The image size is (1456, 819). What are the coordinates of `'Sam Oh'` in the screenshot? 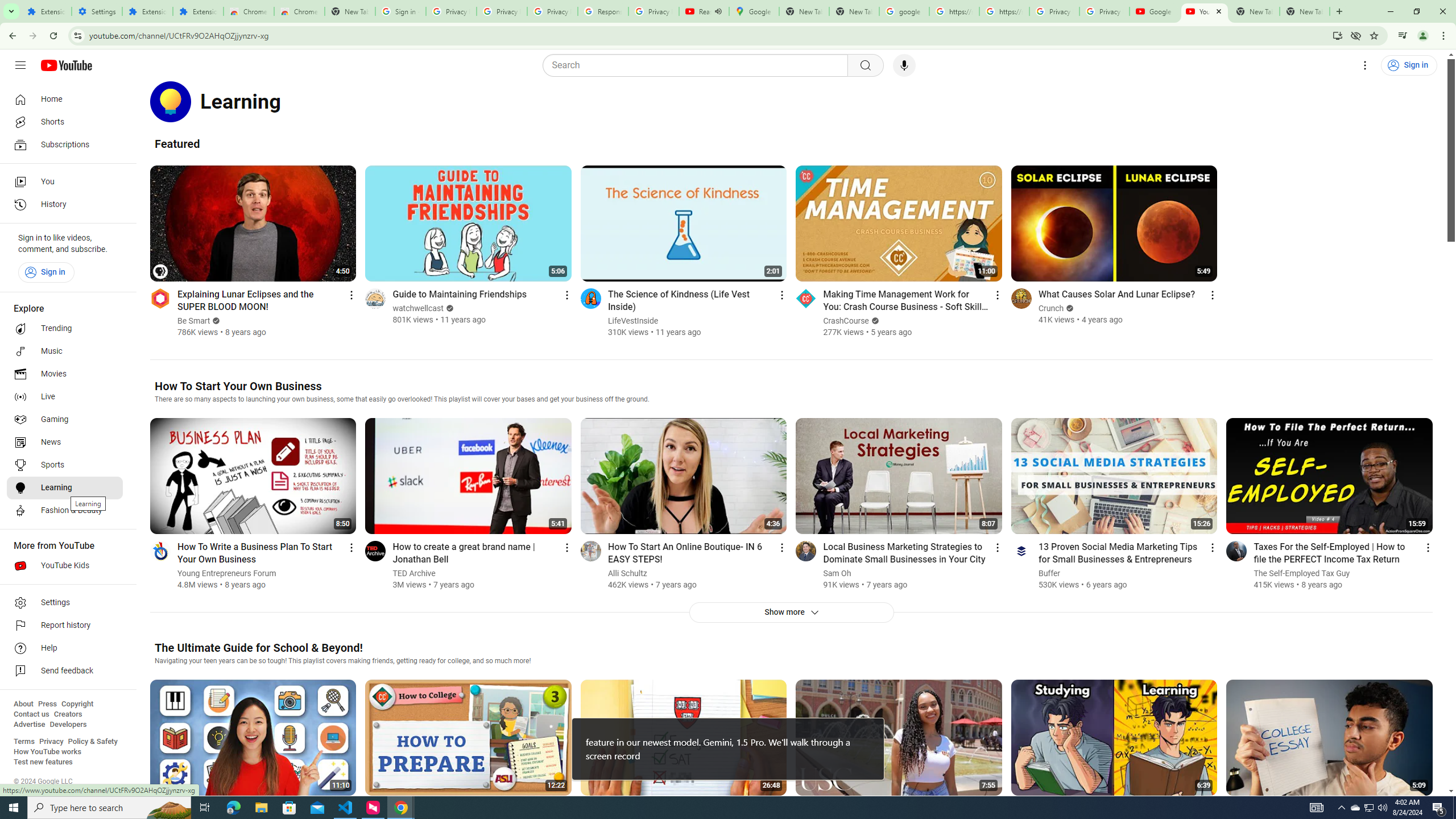 It's located at (837, 573).